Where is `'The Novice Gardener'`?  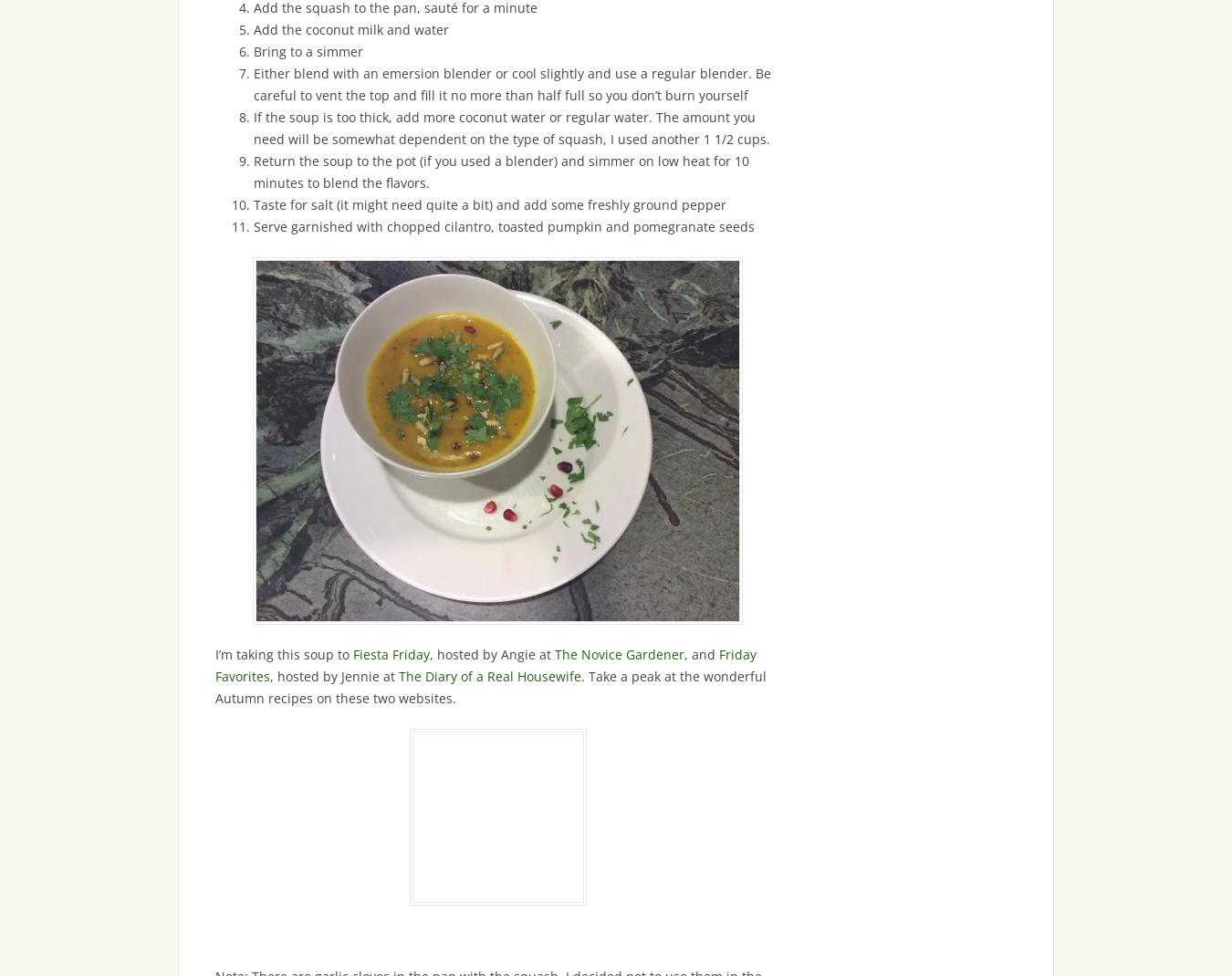
'The Novice Gardener' is located at coordinates (619, 653).